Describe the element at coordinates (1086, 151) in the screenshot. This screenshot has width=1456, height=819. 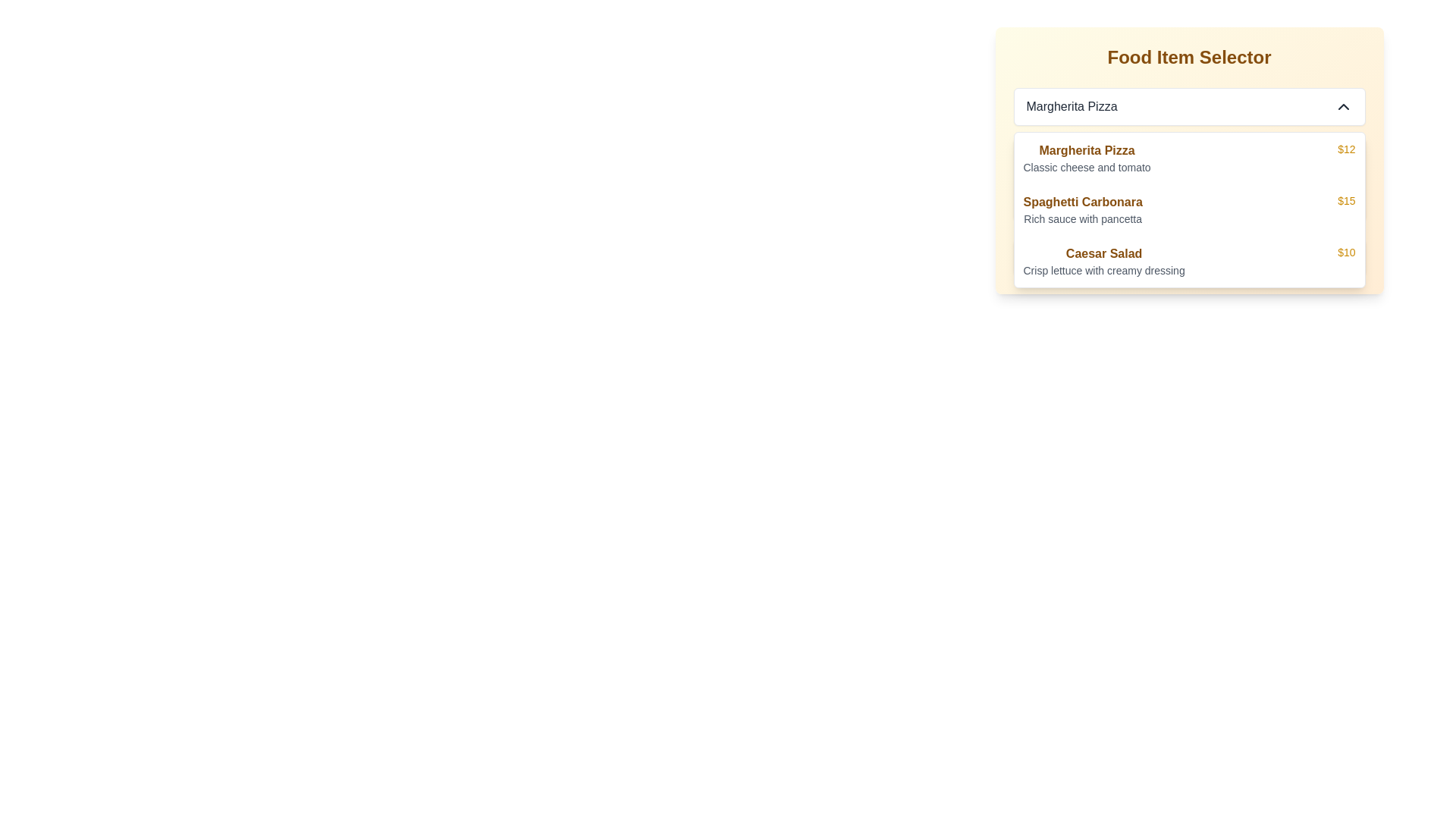
I see `the text label 'Margherita Pizza' which is styled in bold yellowish brown and serves as the header for the menu listing in the 'Food Item Selector' dropdown menu` at that location.